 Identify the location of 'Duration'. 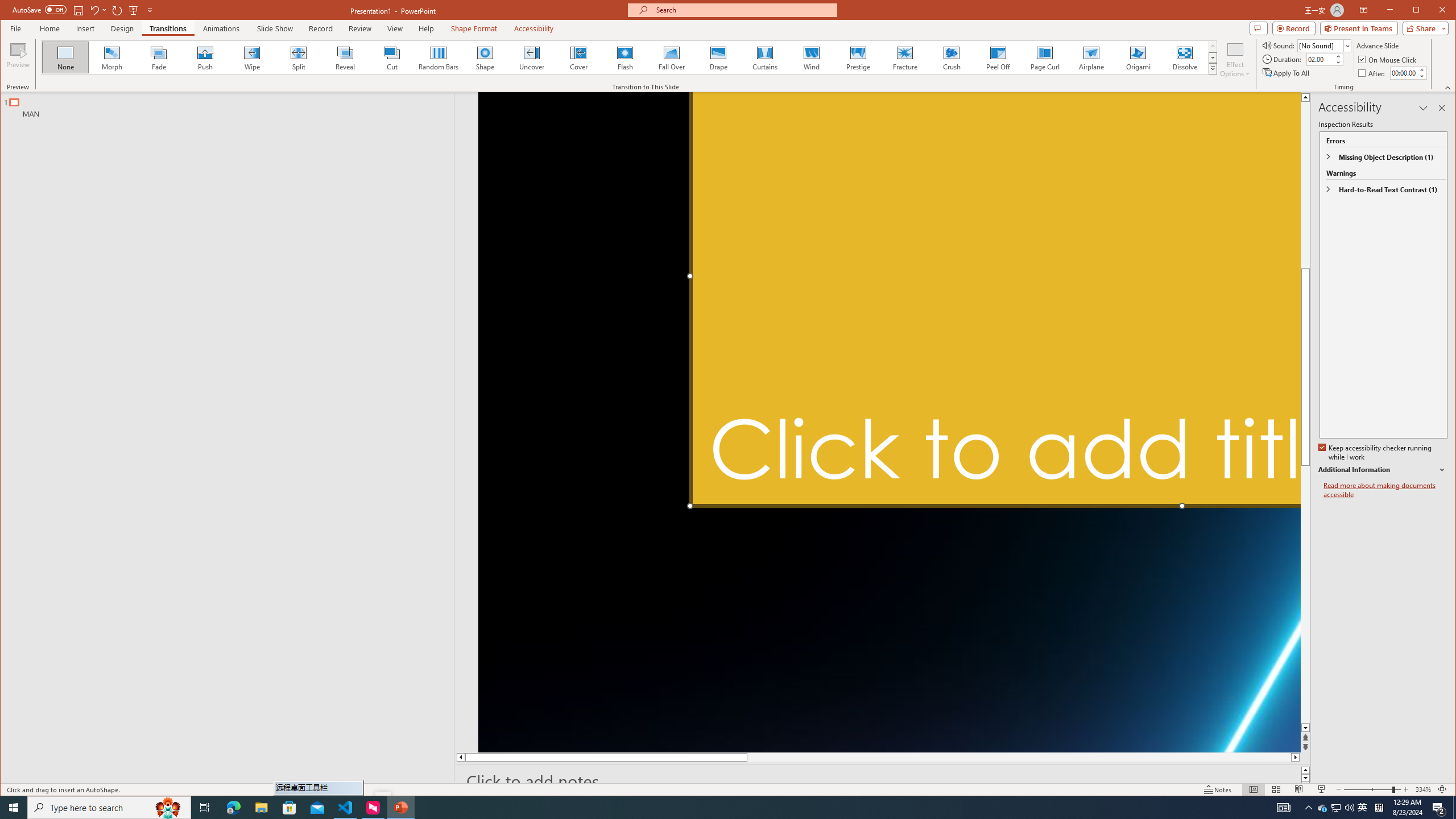
(1319, 59).